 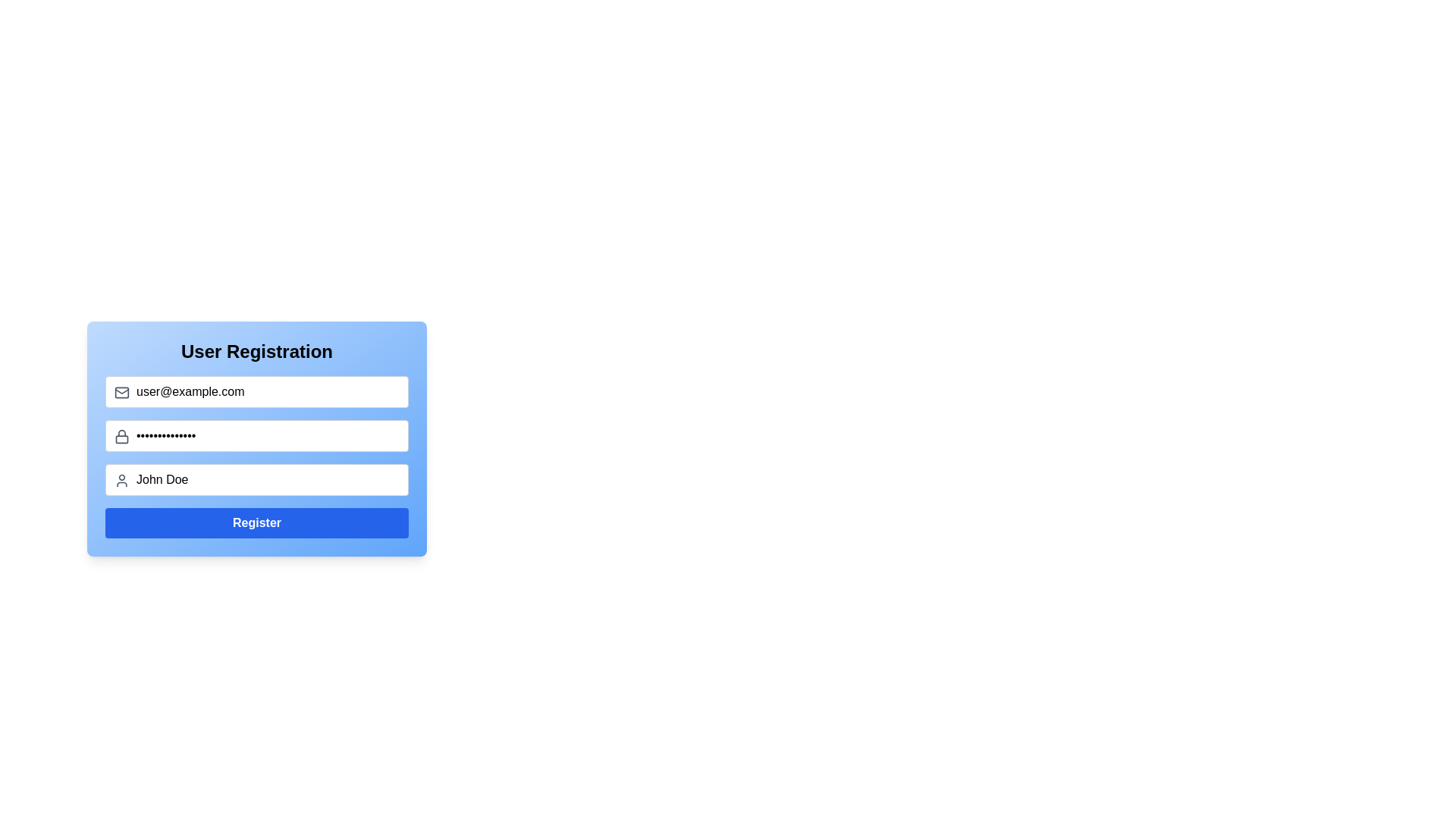 What do you see at coordinates (257, 438) in the screenshot?
I see `the Password Input Field located beneath the 'User Registration' title and above the user name input field` at bounding box center [257, 438].